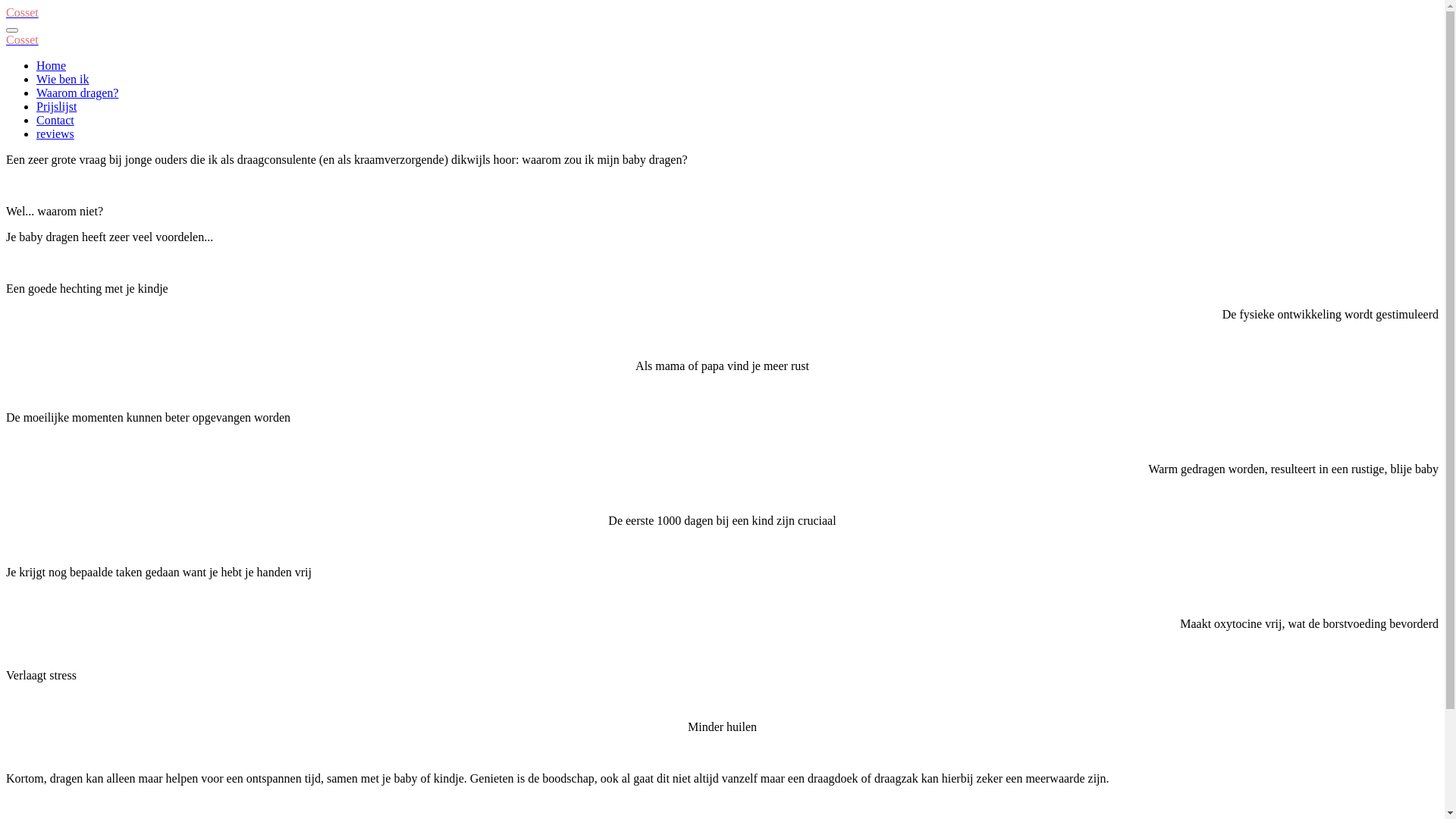  What do you see at coordinates (22, 12) in the screenshot?
I see `'Cosset'` at bounding box center [22, 12].